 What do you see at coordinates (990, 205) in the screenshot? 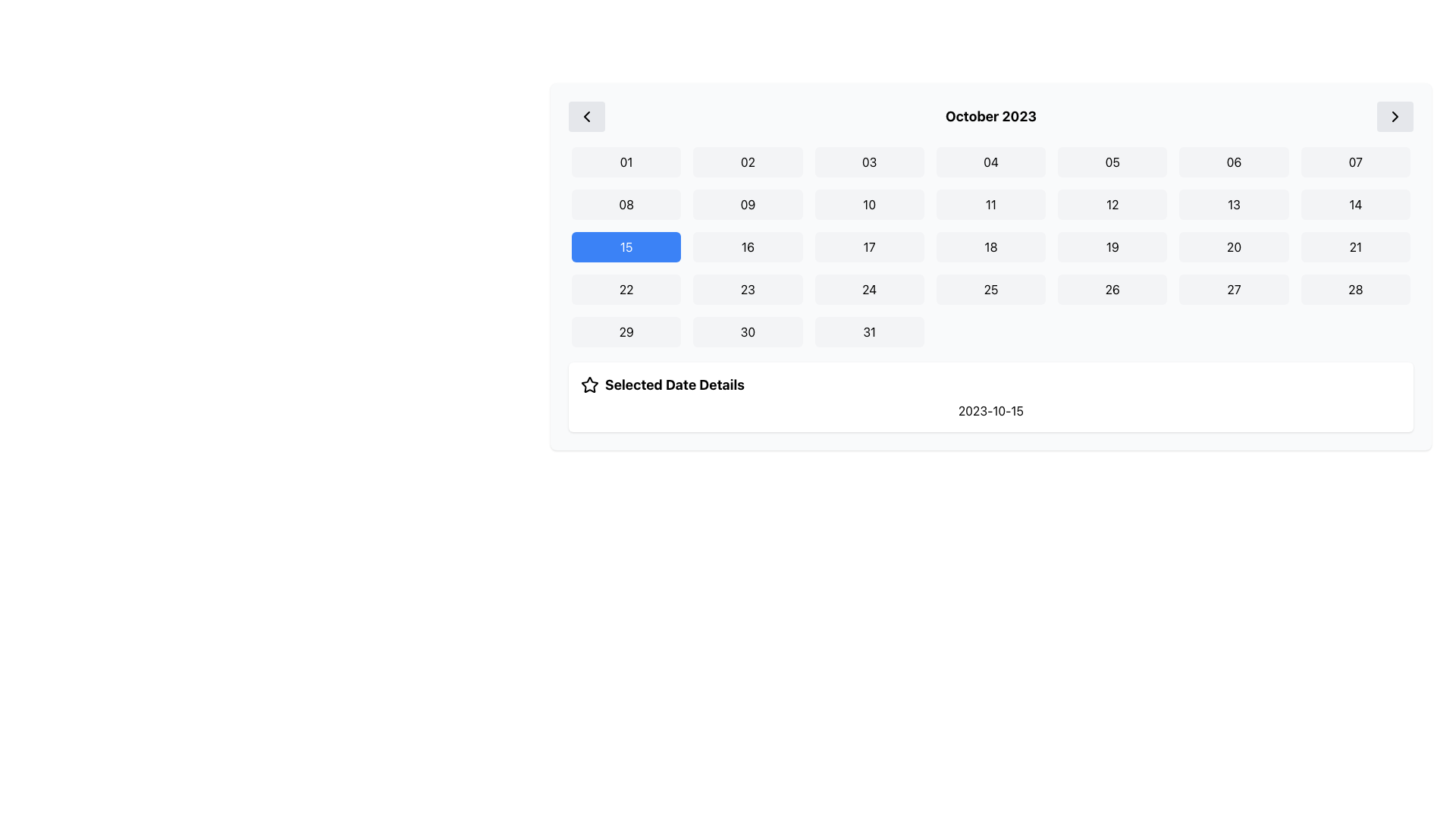
I see `the button labeled '11' in the second row, fourth column of the calendar grid for keyboard selection` at bounding box center [990, 205].